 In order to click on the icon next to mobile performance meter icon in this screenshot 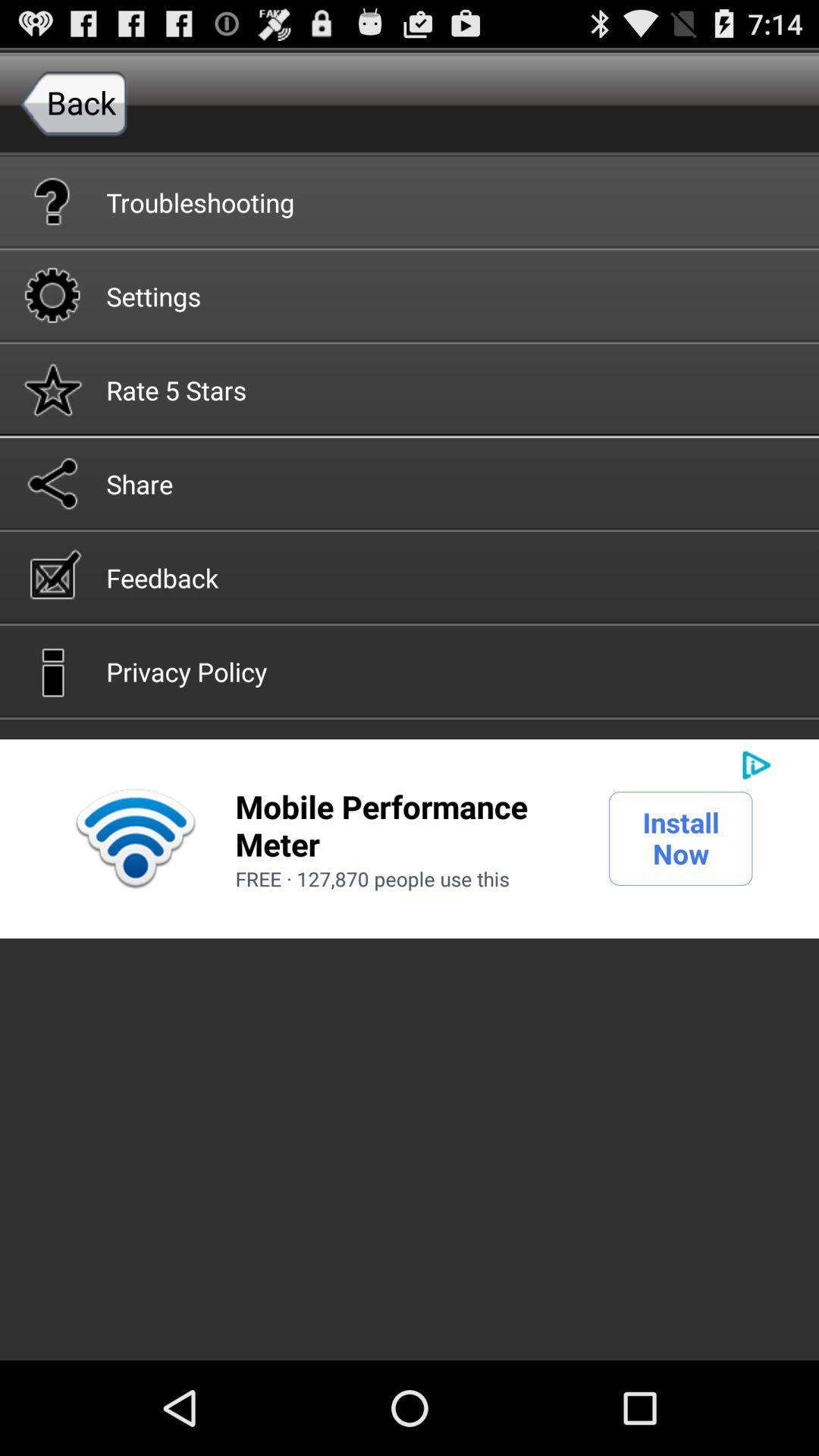, I will do `click(679, 837)`.